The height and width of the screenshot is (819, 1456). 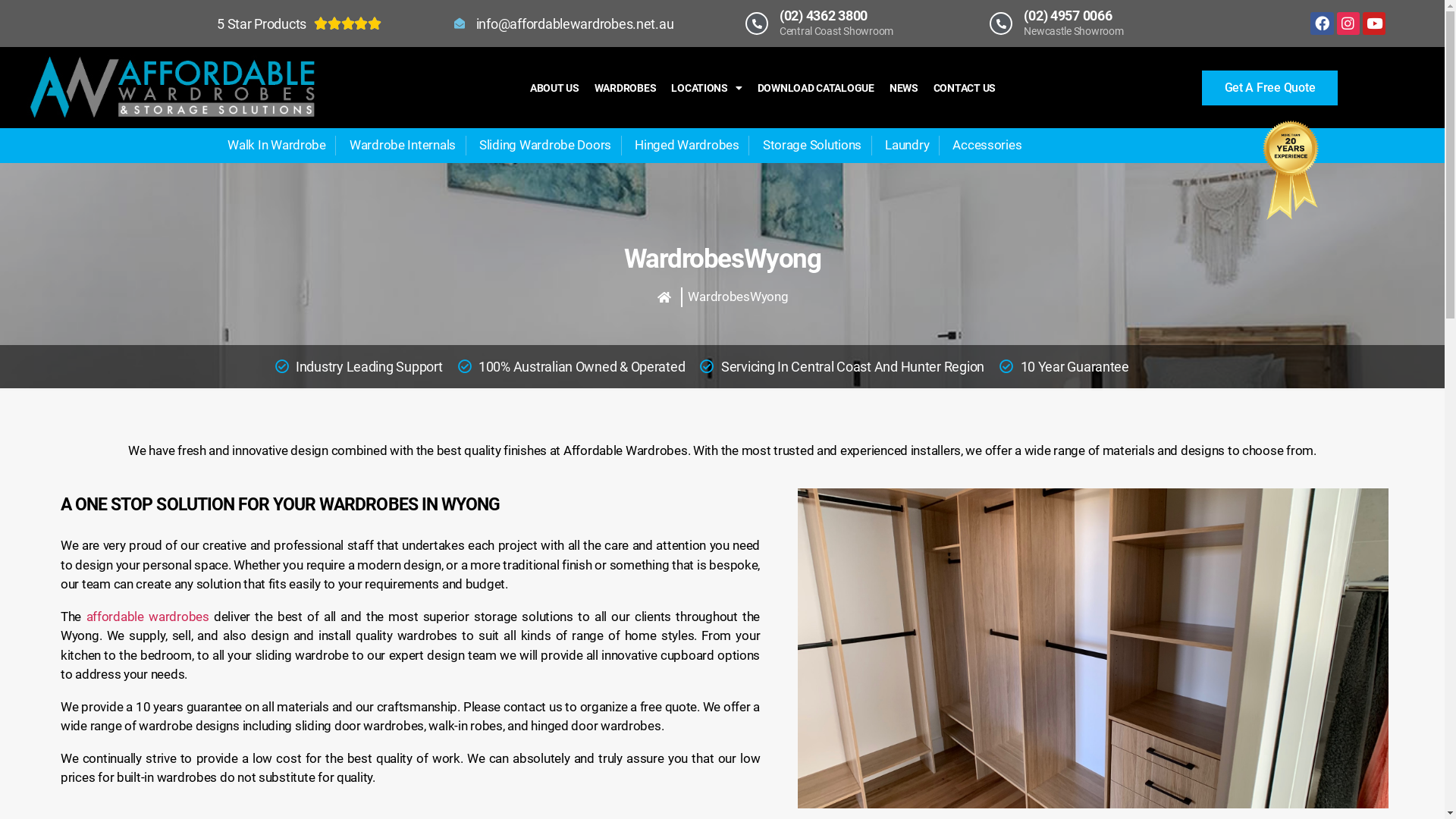 I want to click on '(02) 4957 0066', so click(x=1066, y=15).